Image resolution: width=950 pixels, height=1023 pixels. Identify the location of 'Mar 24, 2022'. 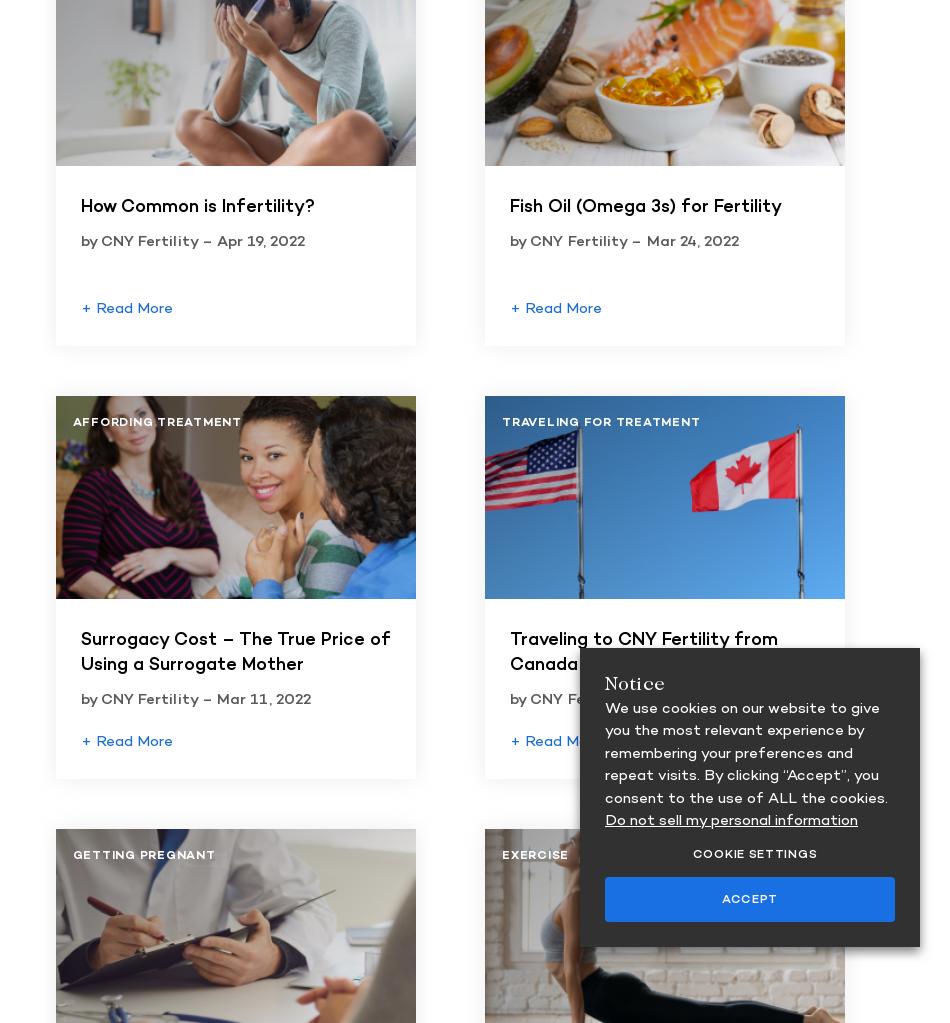
(692, 241).